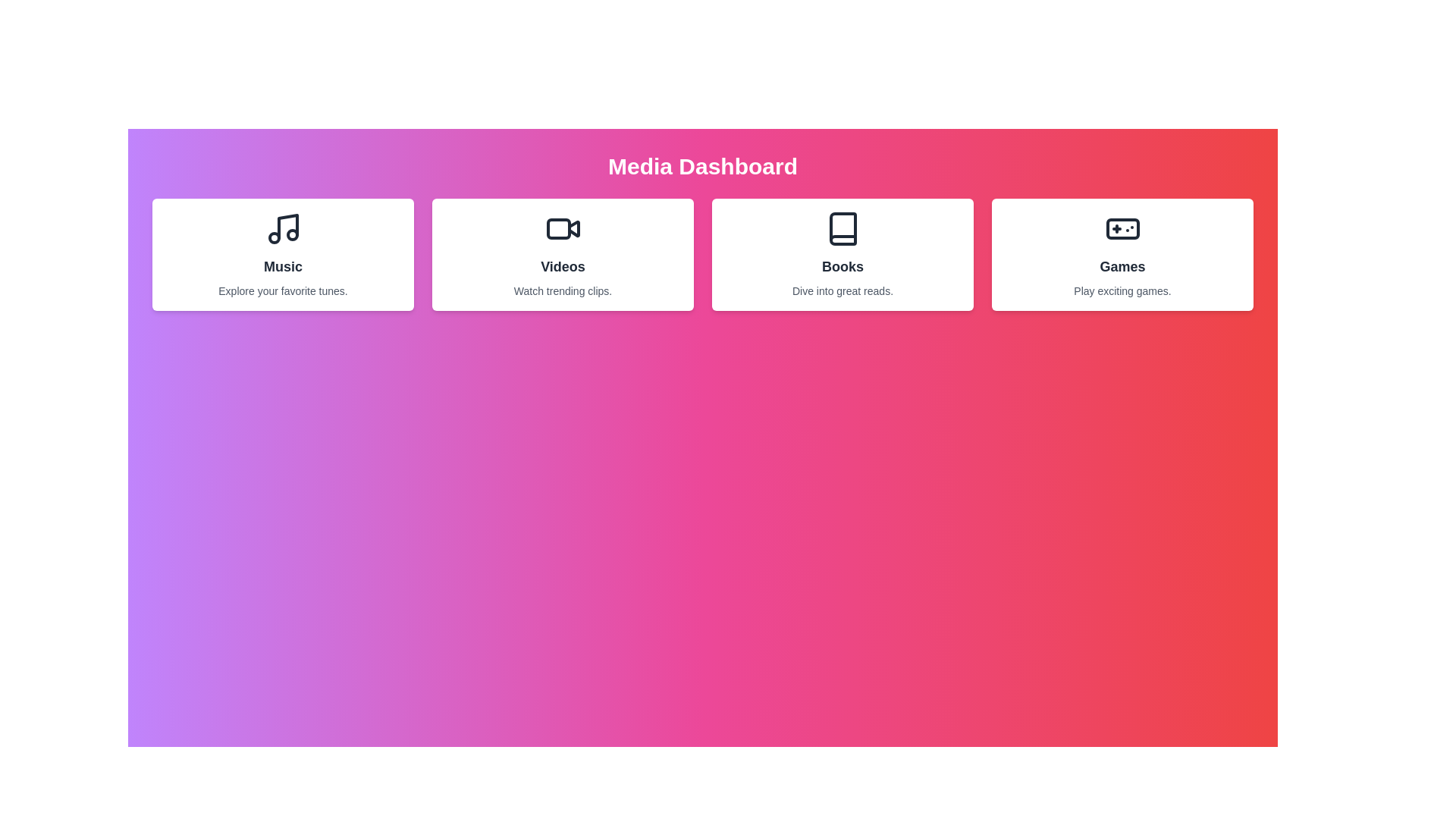 The width and height of the screenshot is (1456, 819). What do you see at coordinates (283, 228) in the screenshot?
I see `the musical notes icon located on the 'Music' card in the first position of the row of cards` at bounding box center [283, 228].